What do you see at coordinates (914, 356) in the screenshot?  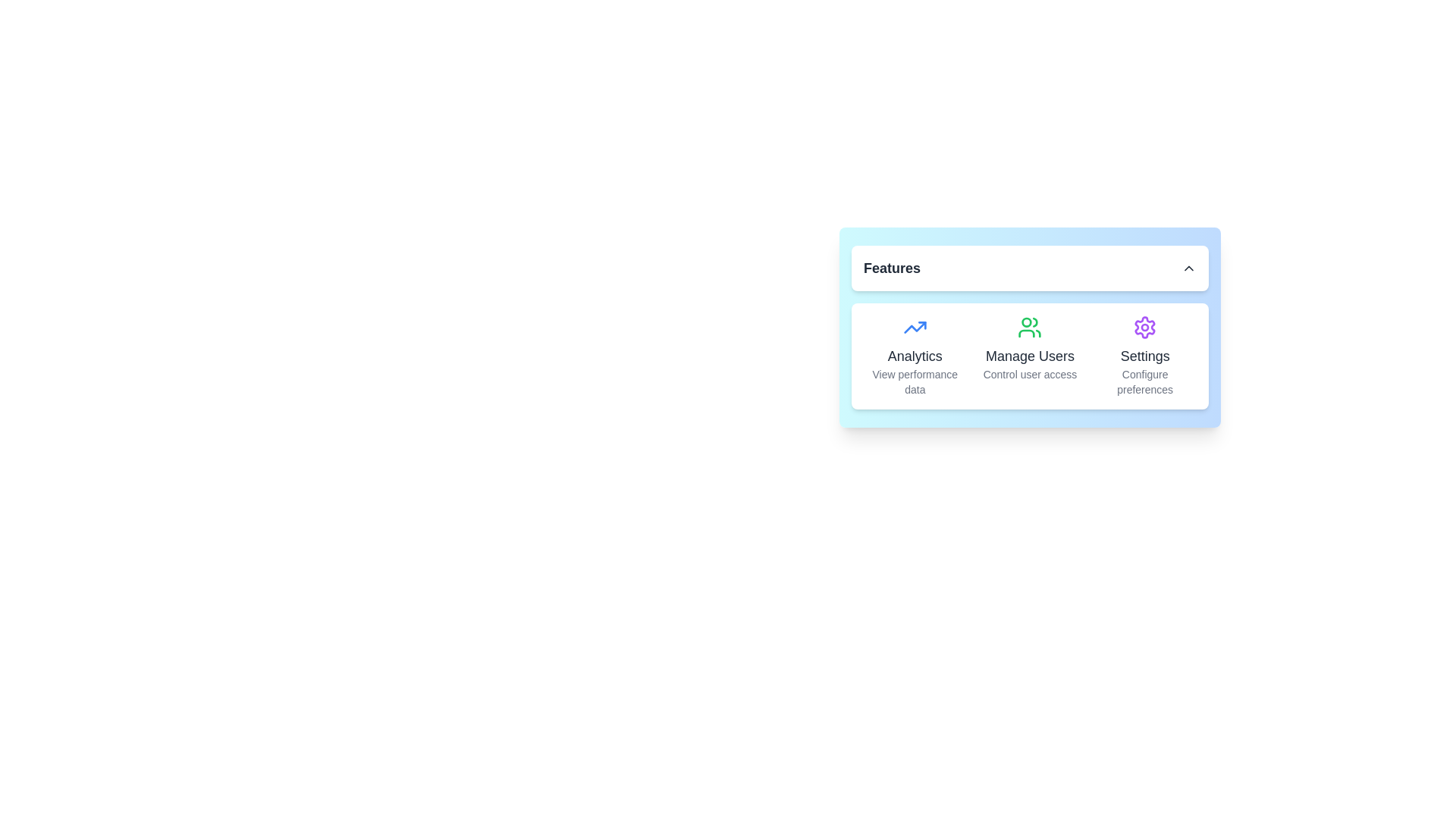 I see `the Clickable Card in the 'Features' grid section that provides access to analytics functionality` at bounding box center [914, 356].